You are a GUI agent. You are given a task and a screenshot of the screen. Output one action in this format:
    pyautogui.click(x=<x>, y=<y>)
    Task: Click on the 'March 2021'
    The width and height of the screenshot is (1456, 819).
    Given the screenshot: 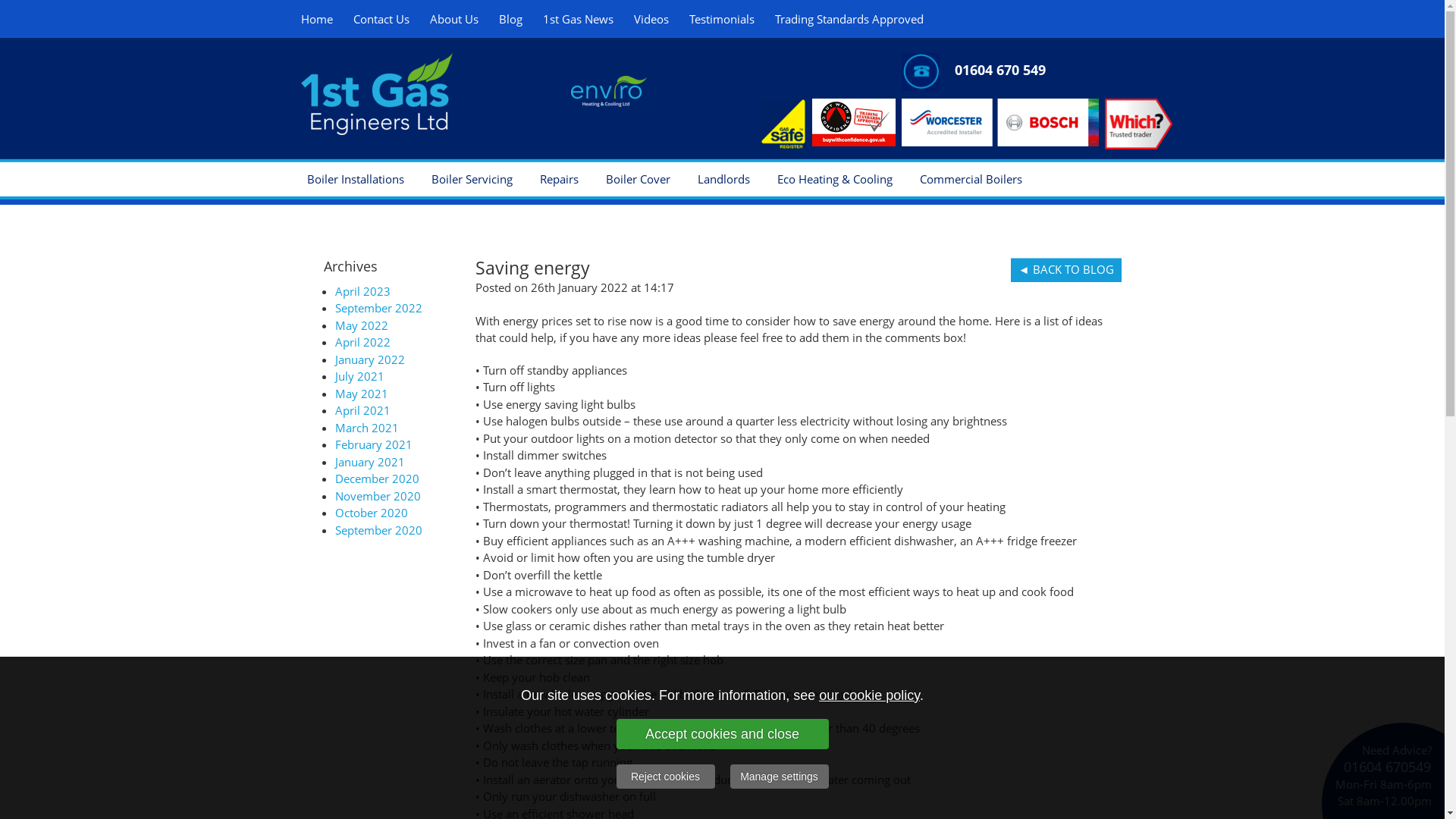 What is the action you would take?
    pyautogui.click(x=367, y=427)
    